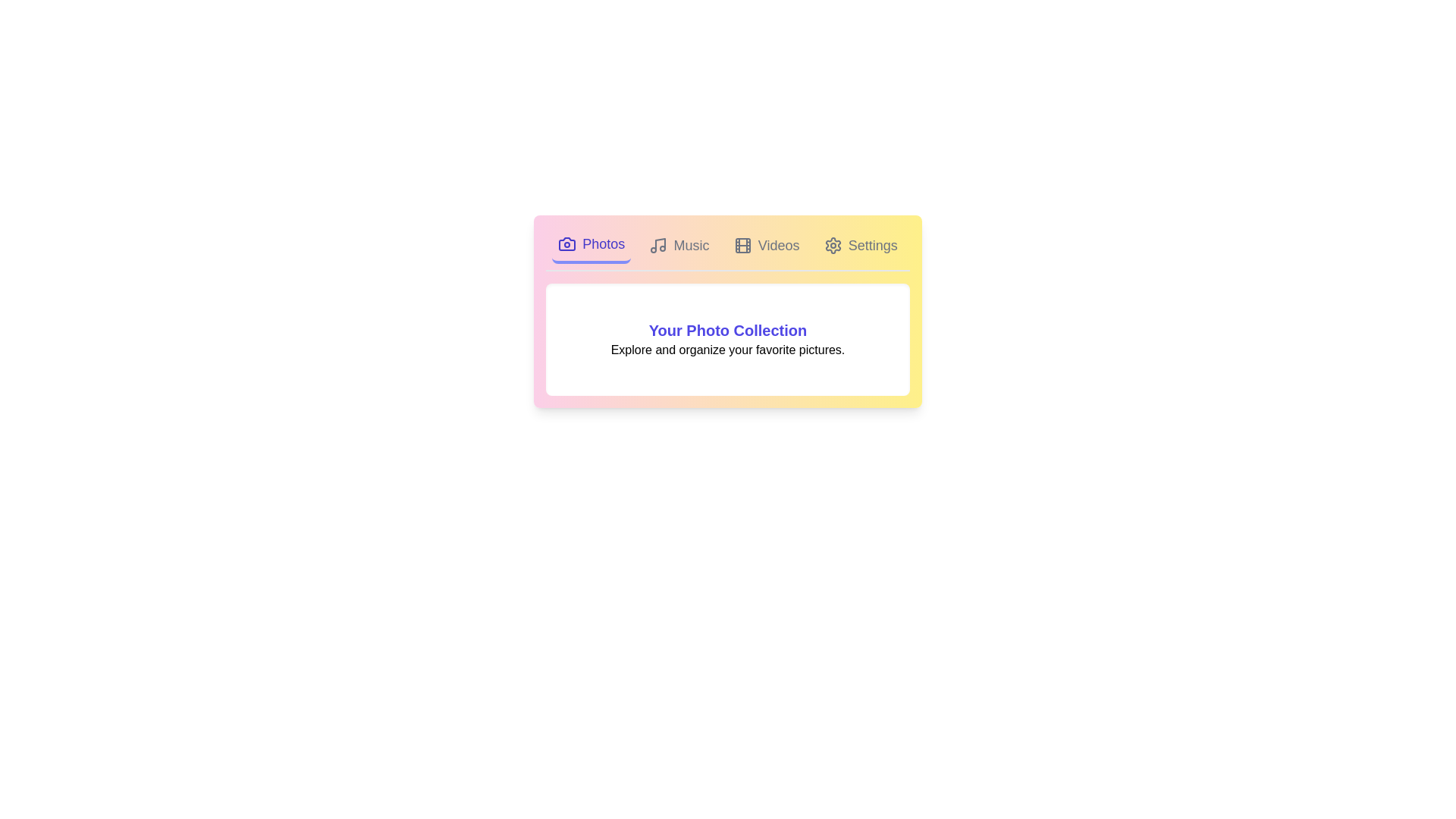  What do you see at coordinates (860, 245) in the screenshot?
I see `the tab labeled Settings to activate its visual feedback` at bounding box center [860, 245].